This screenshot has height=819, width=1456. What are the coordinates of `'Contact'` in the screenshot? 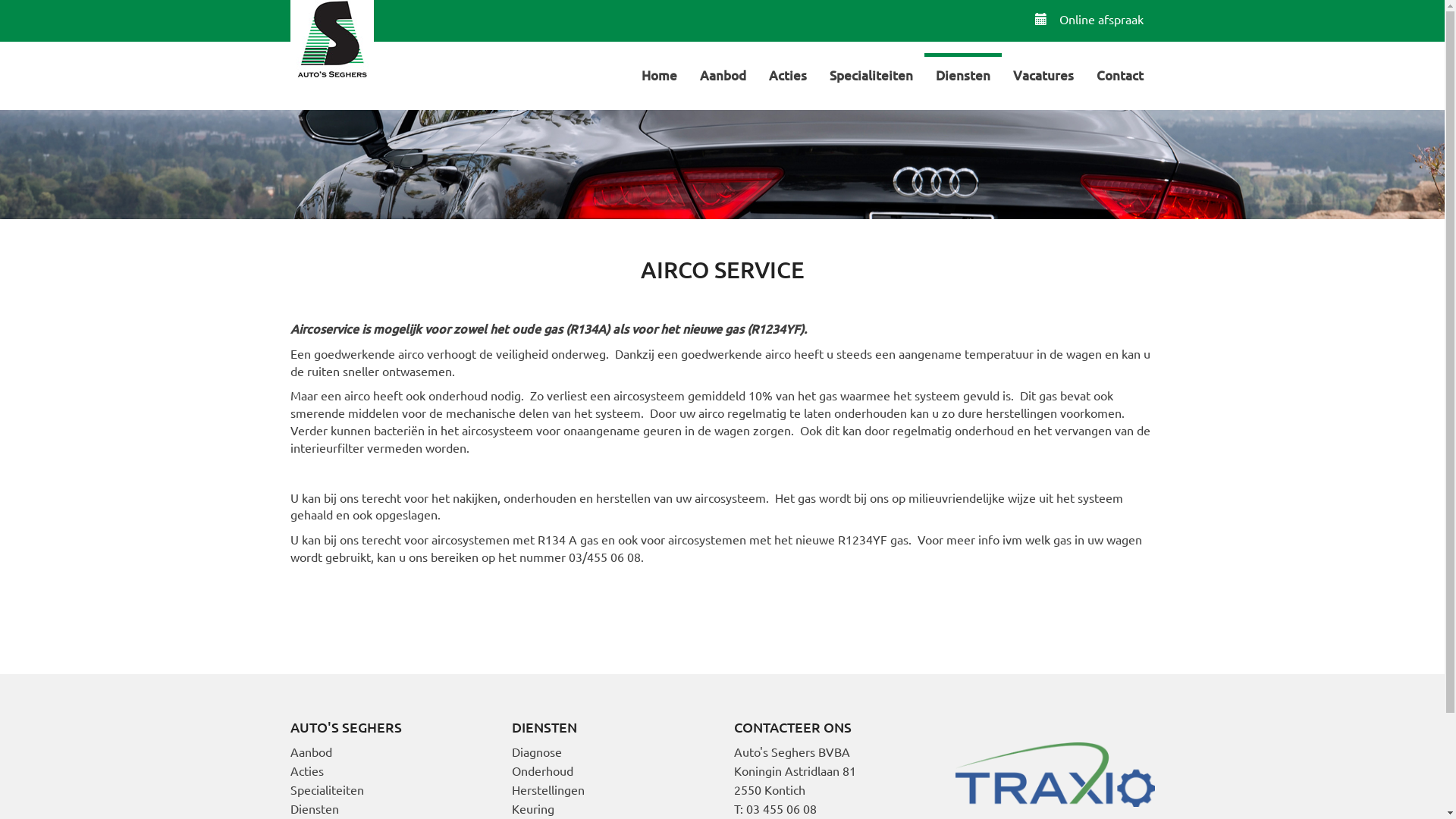 It's located at (1084, 74).